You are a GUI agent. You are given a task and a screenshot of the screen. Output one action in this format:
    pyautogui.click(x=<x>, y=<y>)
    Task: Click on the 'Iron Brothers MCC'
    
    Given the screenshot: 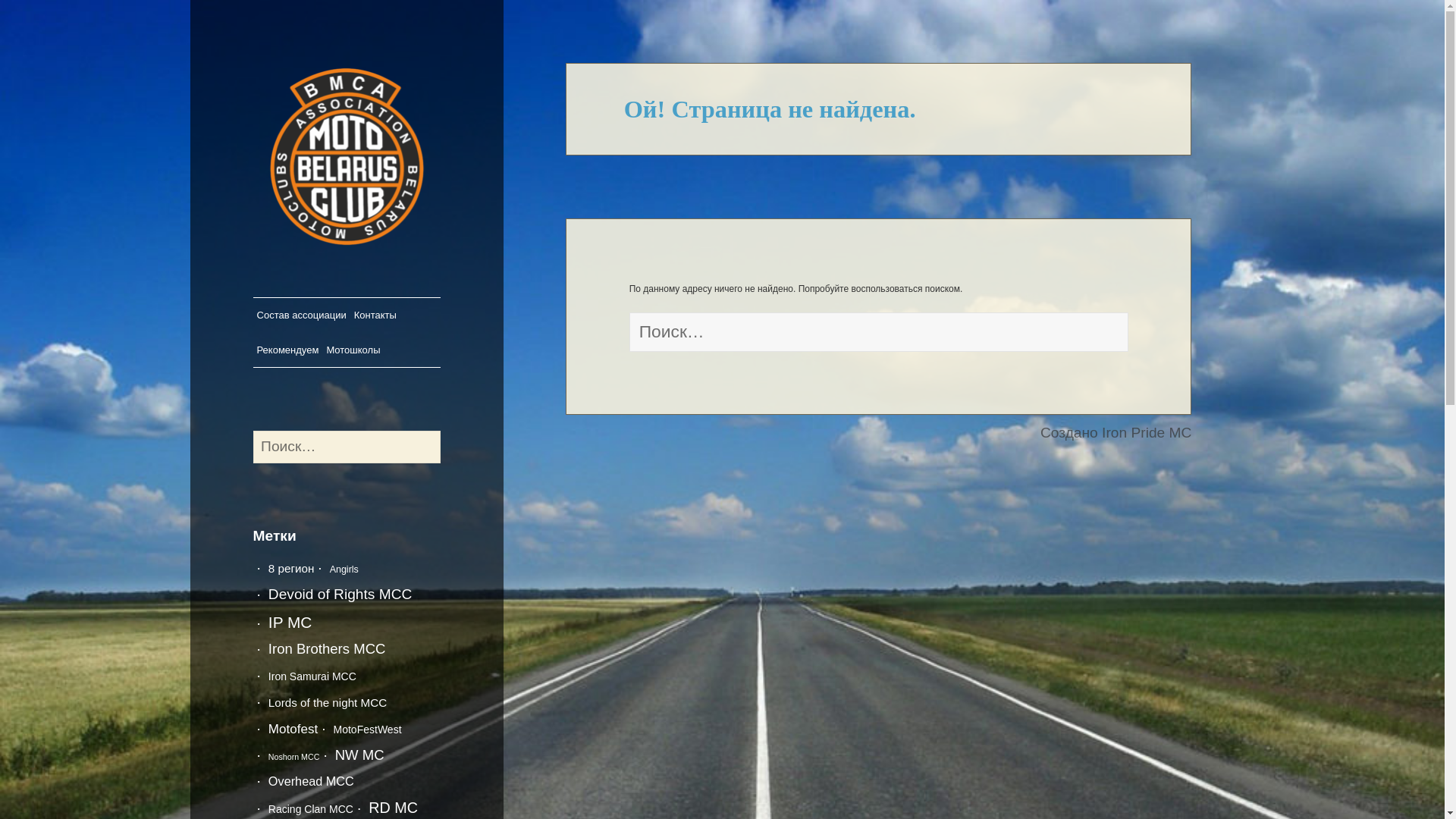 What is the action you would take?
    pyautogui.click(x=268, y=648)
    